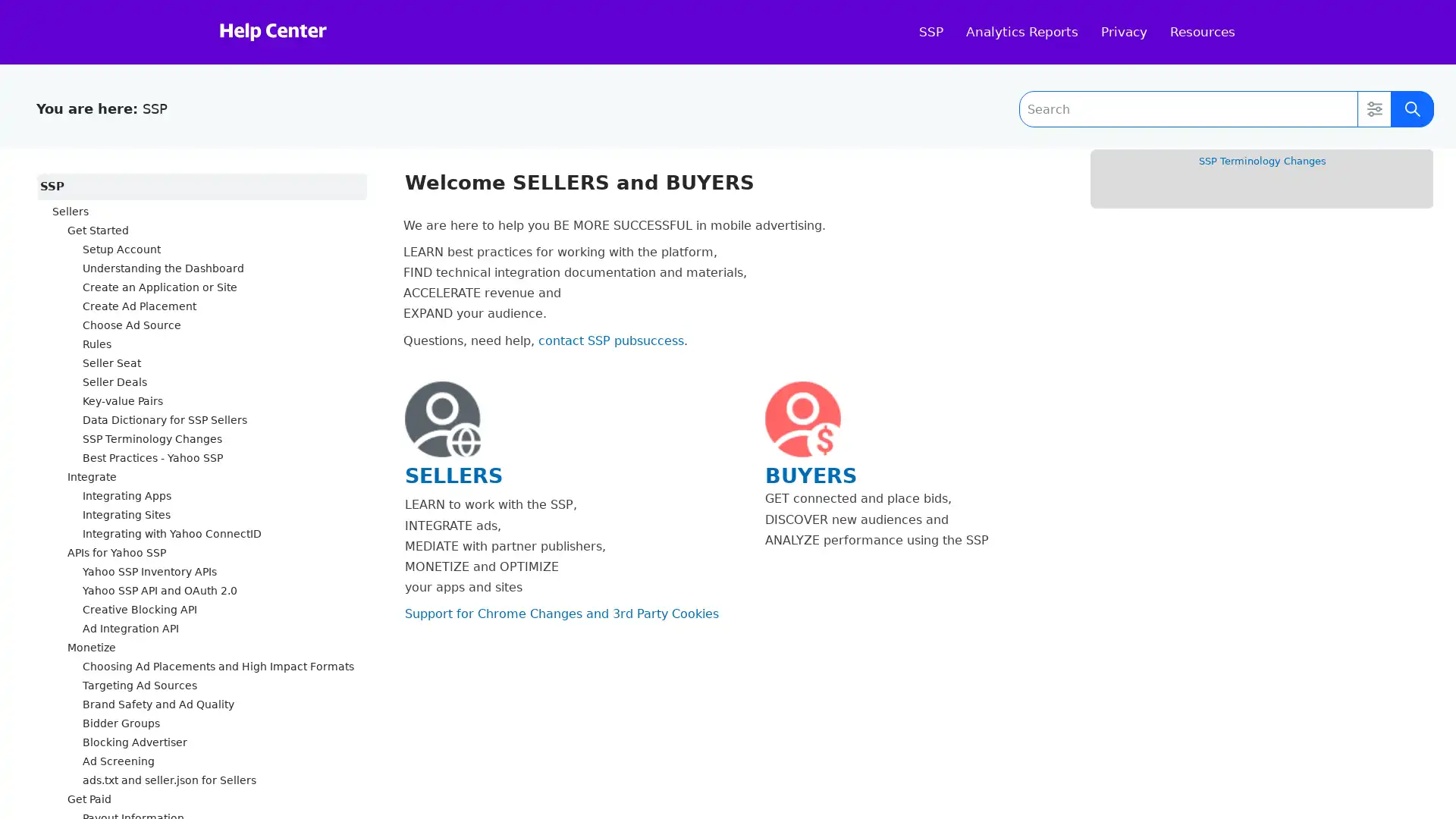  What do you see at coordinates (1411, 108) in the screenshot?
I see `Submit Search` at bounding box center [1411, 108].